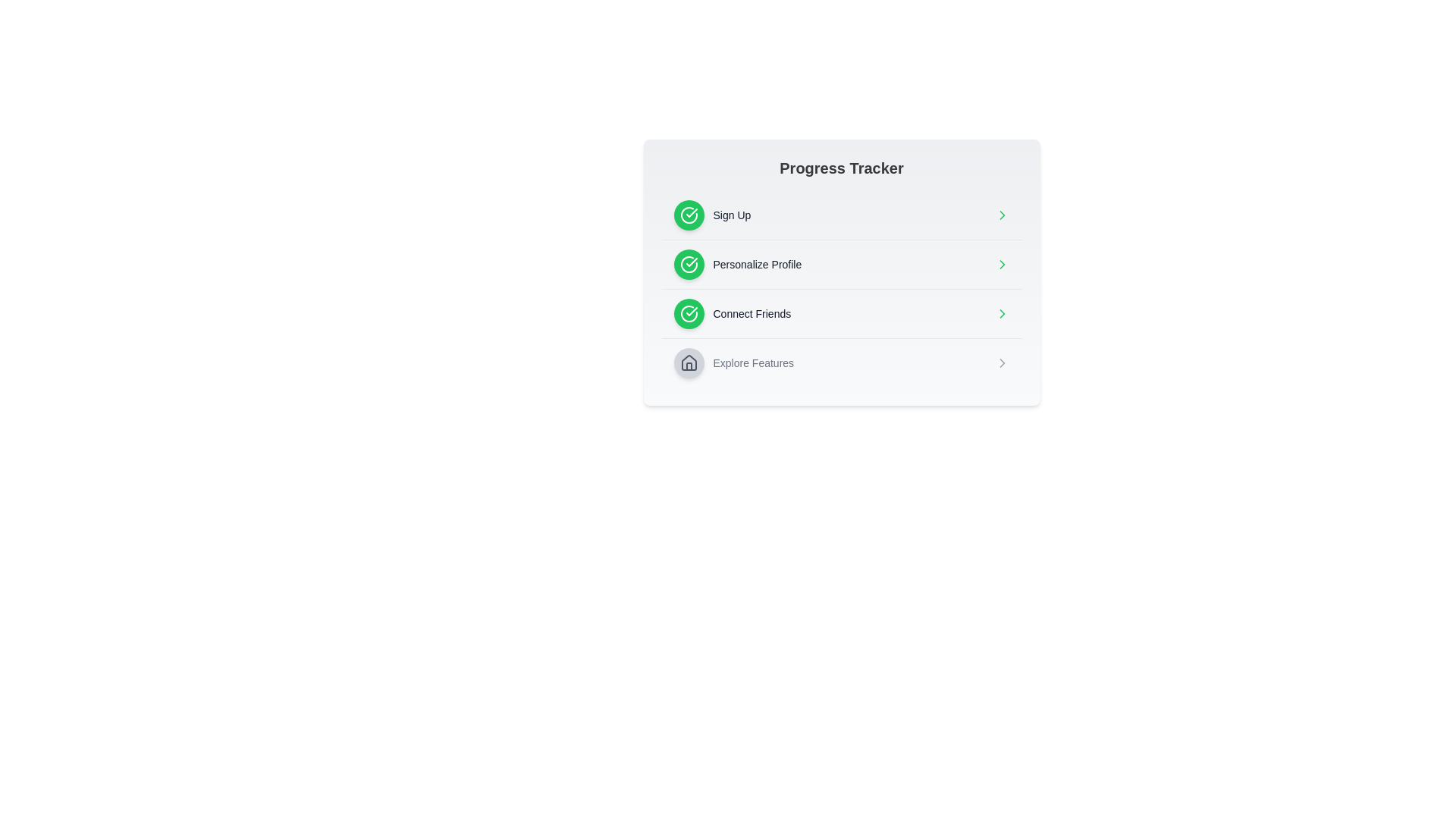 The image size is (1456, 819). What do you see at coordinates (752, 312) in the screenshot?
I see `the third text label in the 'Progress Tracker' section, which provides information about the next action or phase in the process` at bounding box center [752, 312].